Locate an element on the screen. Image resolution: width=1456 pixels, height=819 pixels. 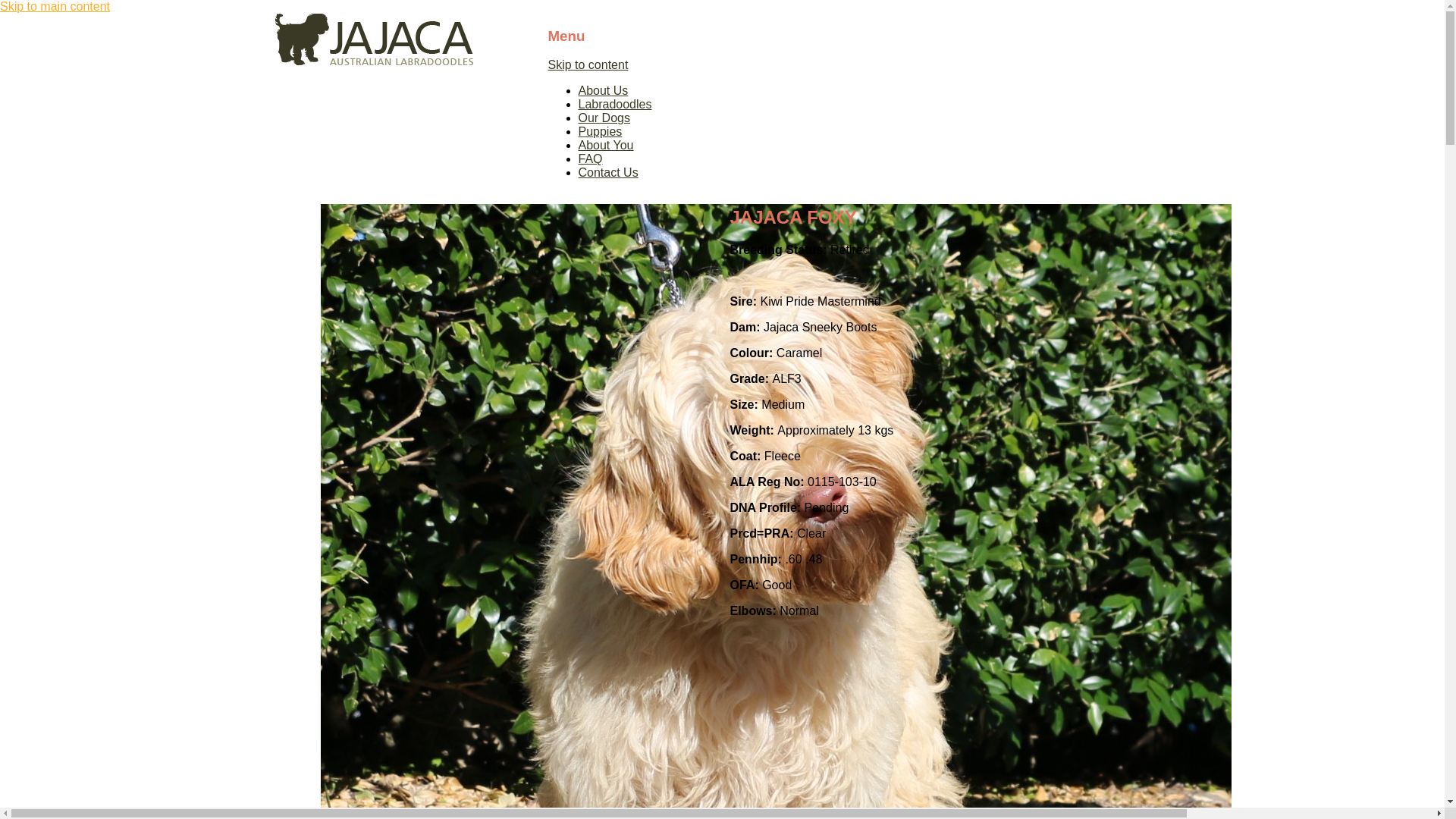
'Skip to content' is located at coordinates (586, 64).